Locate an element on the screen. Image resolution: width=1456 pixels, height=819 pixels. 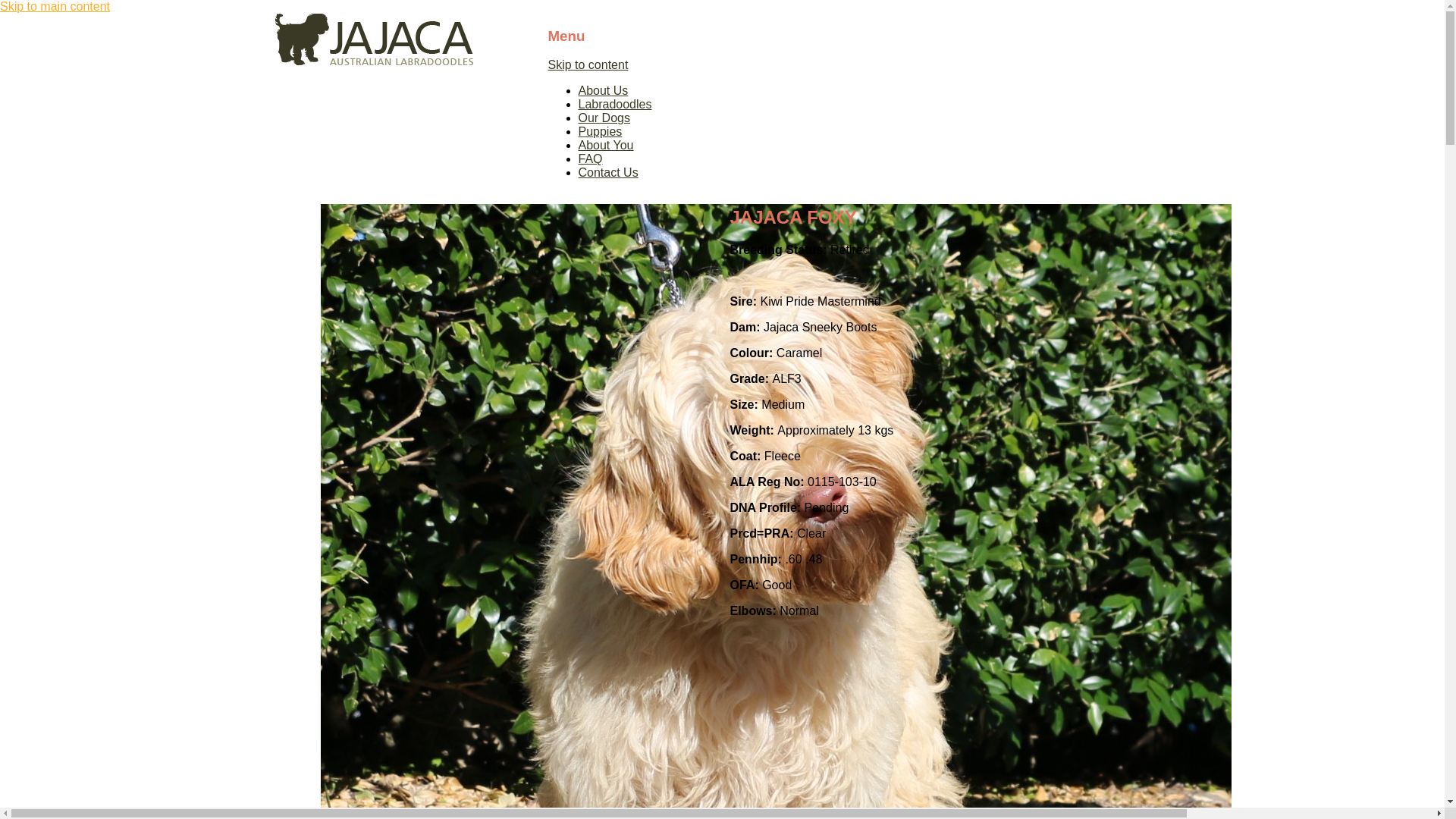
'Skip to content' is located at coordinates (586, 64).